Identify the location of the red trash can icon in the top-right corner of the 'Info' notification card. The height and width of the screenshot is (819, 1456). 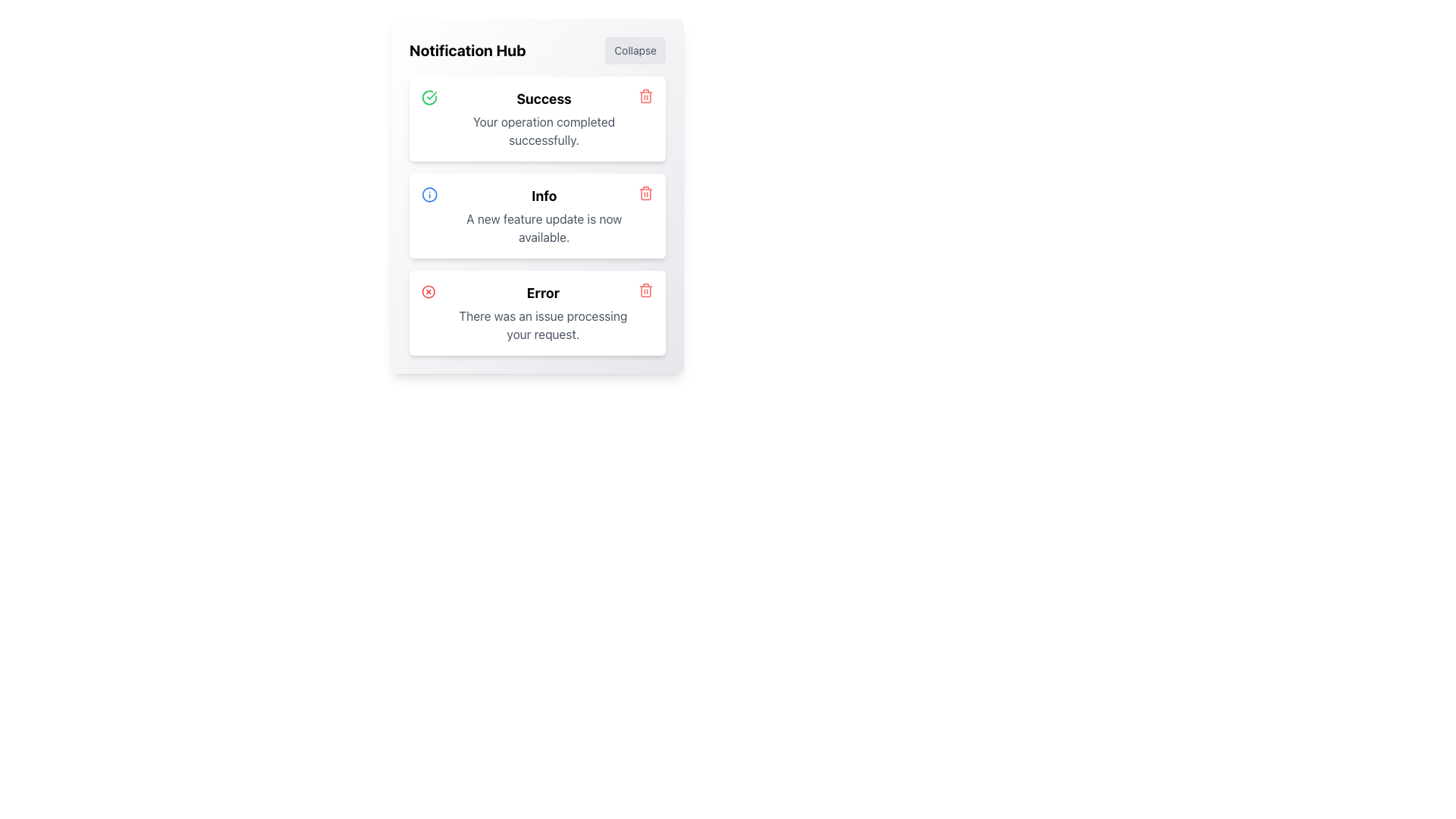
(645, 192).